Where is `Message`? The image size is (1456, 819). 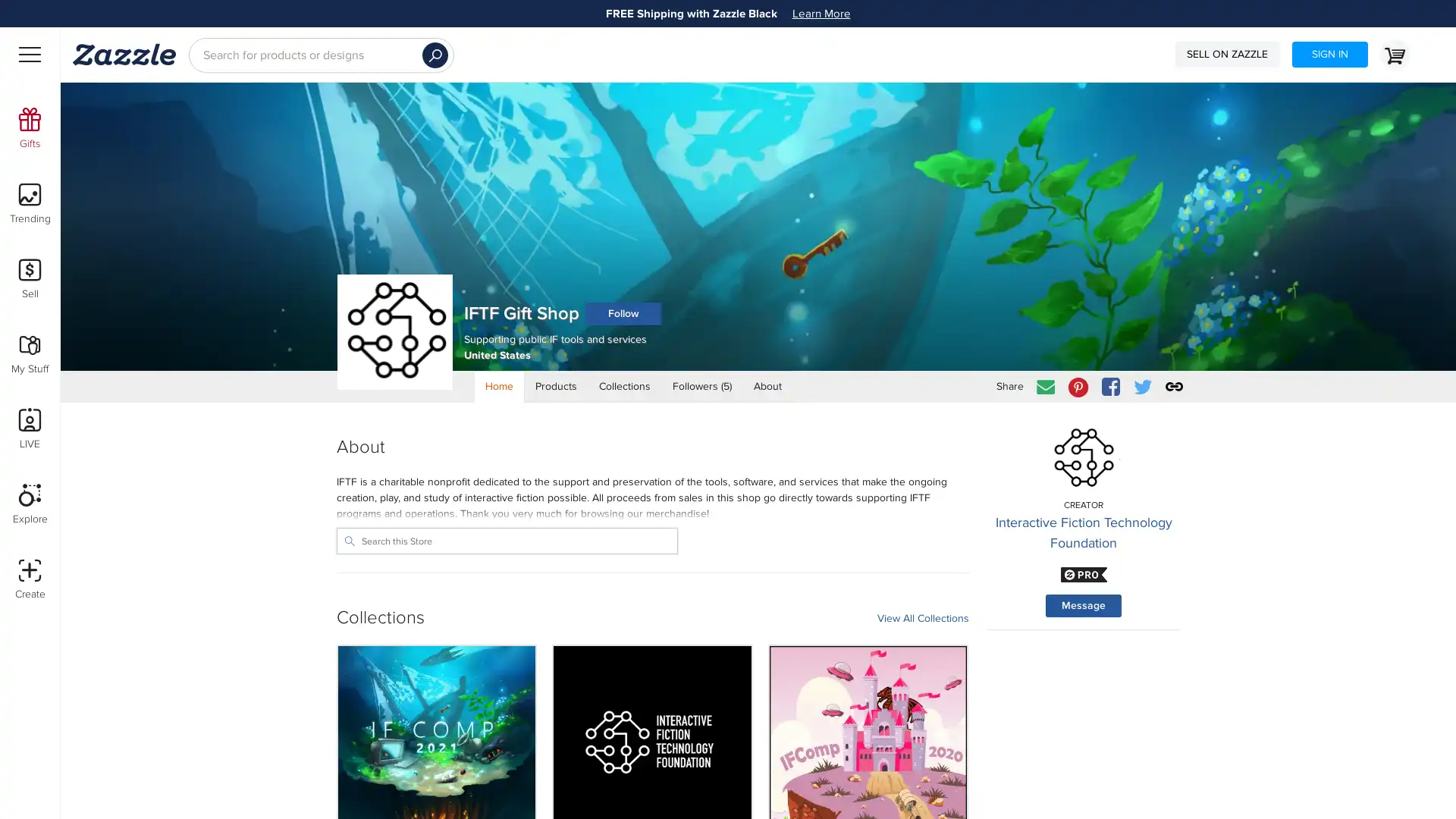 Message is located at coordinates (1083, 604).